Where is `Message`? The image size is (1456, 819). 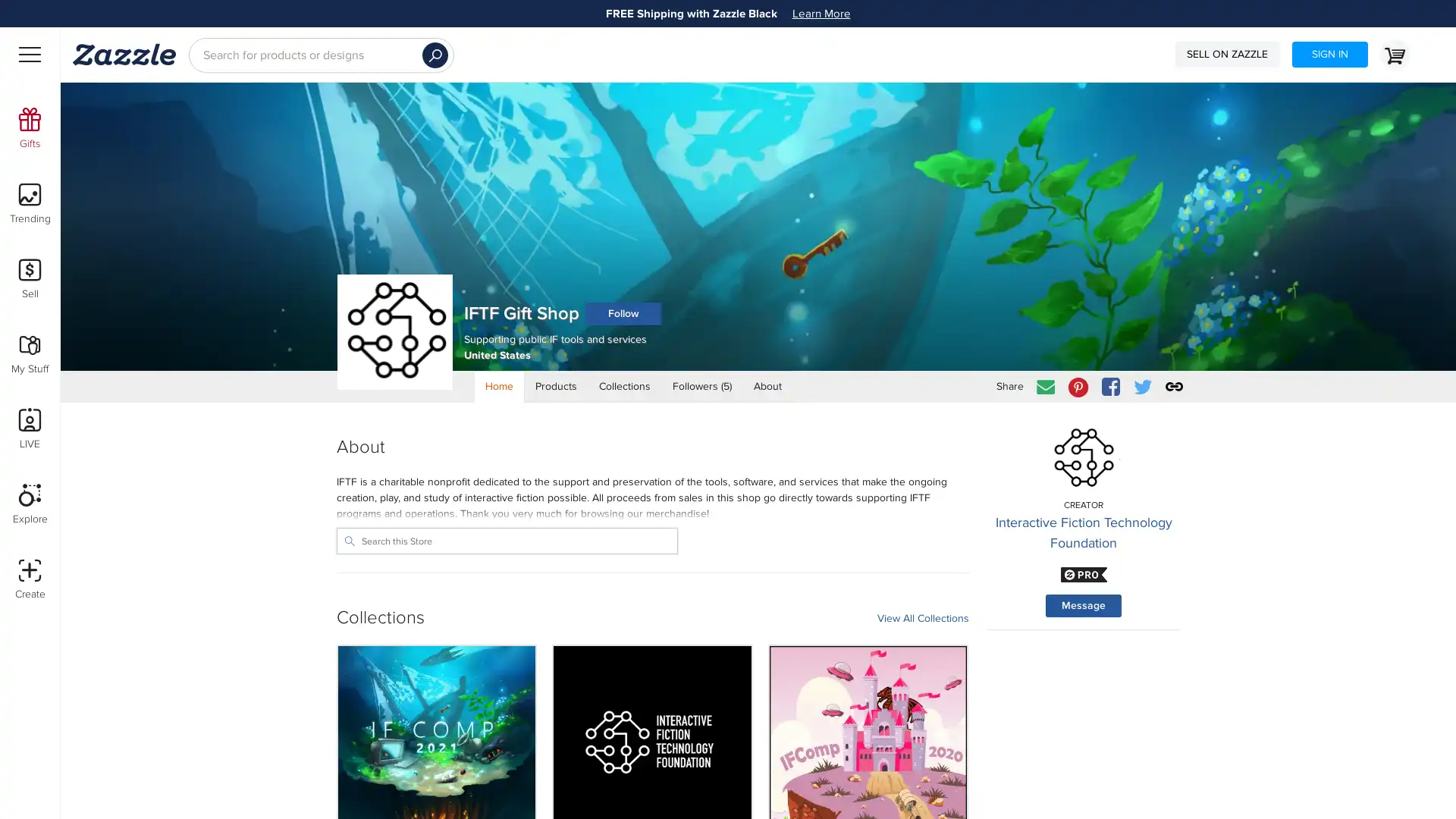 Message is located at coordinates (1083, 604).